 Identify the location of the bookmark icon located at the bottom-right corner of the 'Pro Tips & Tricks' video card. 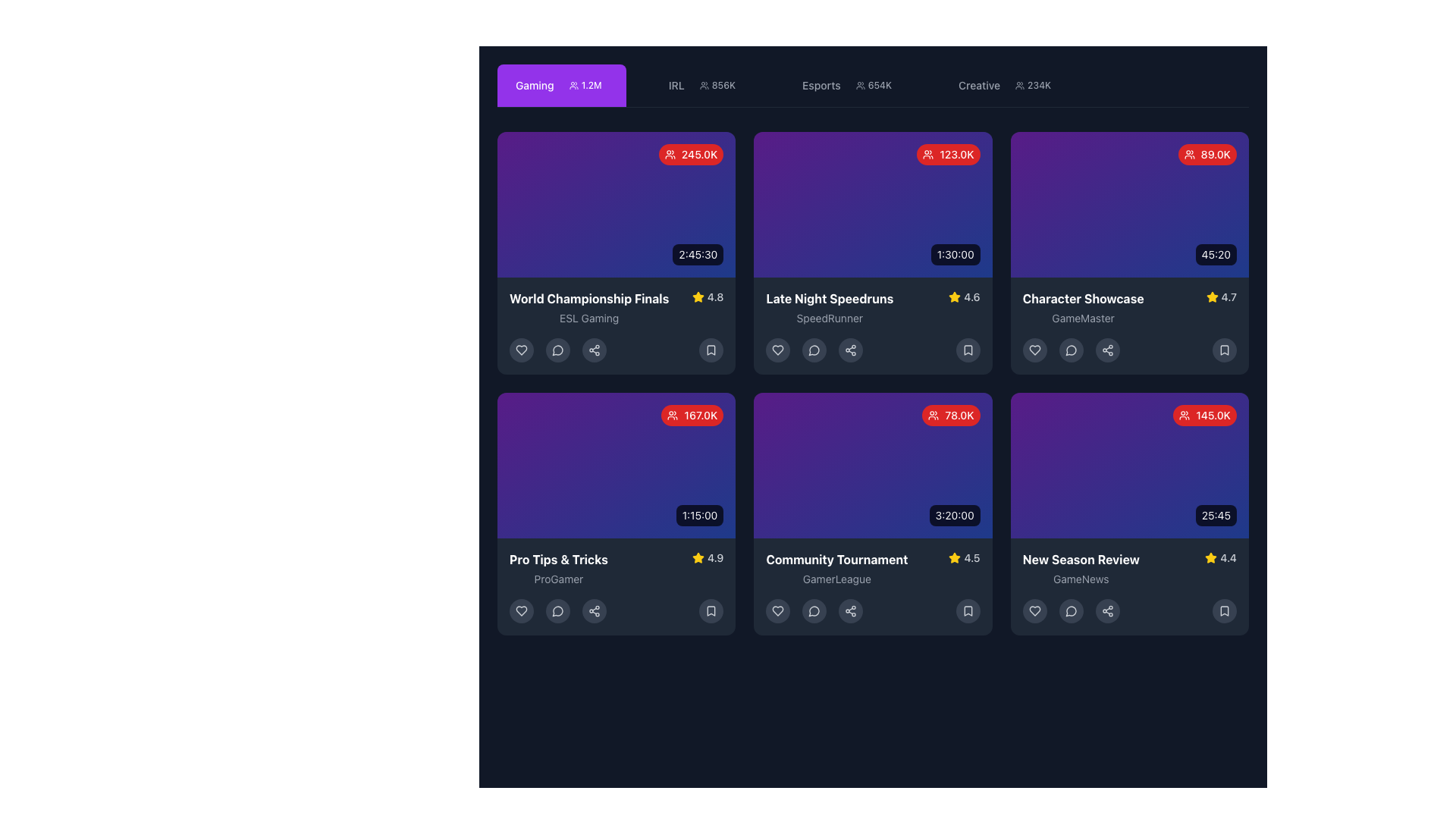
(711, 610).